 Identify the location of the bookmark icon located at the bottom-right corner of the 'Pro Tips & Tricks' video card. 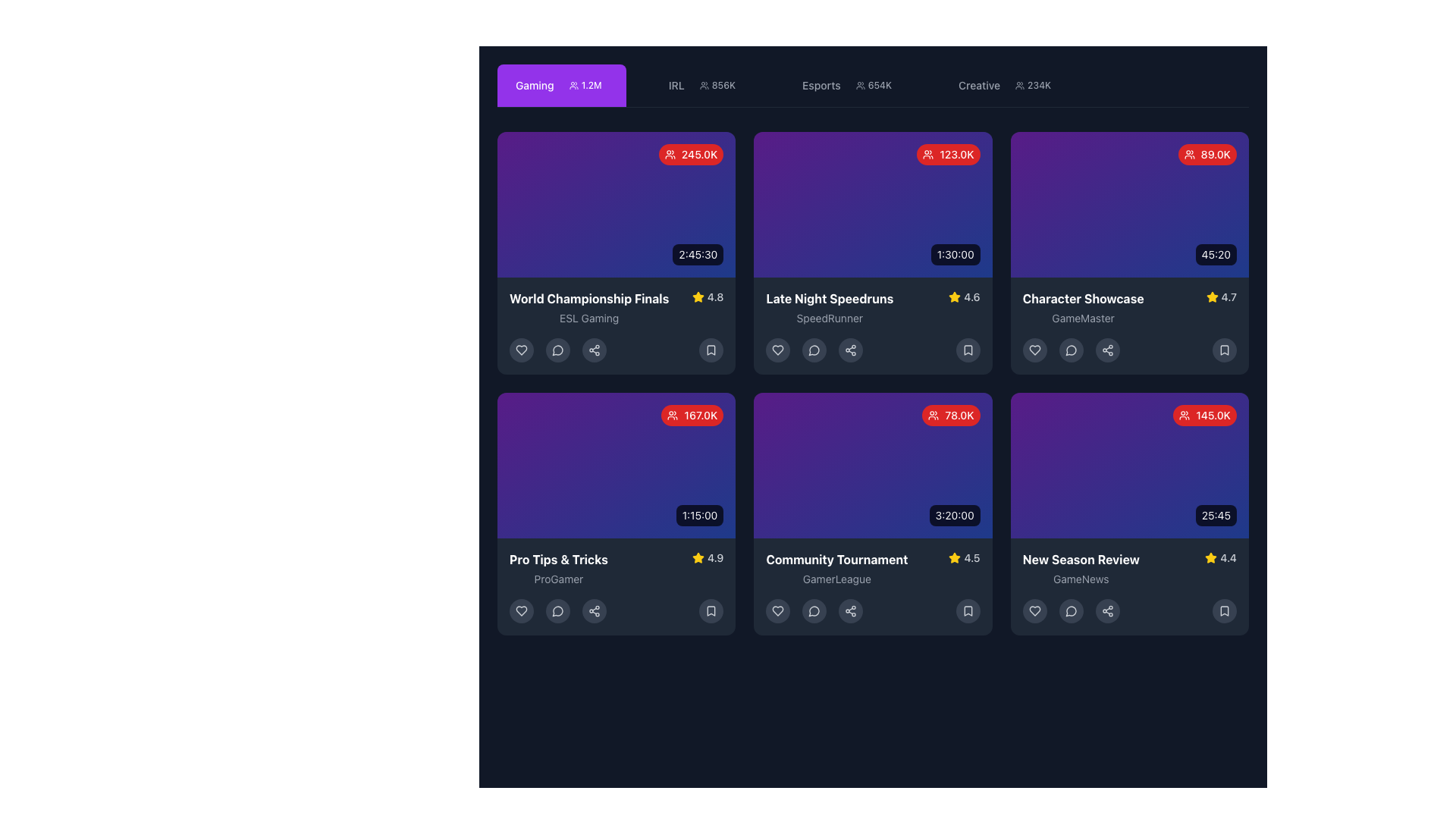
(711, 610).